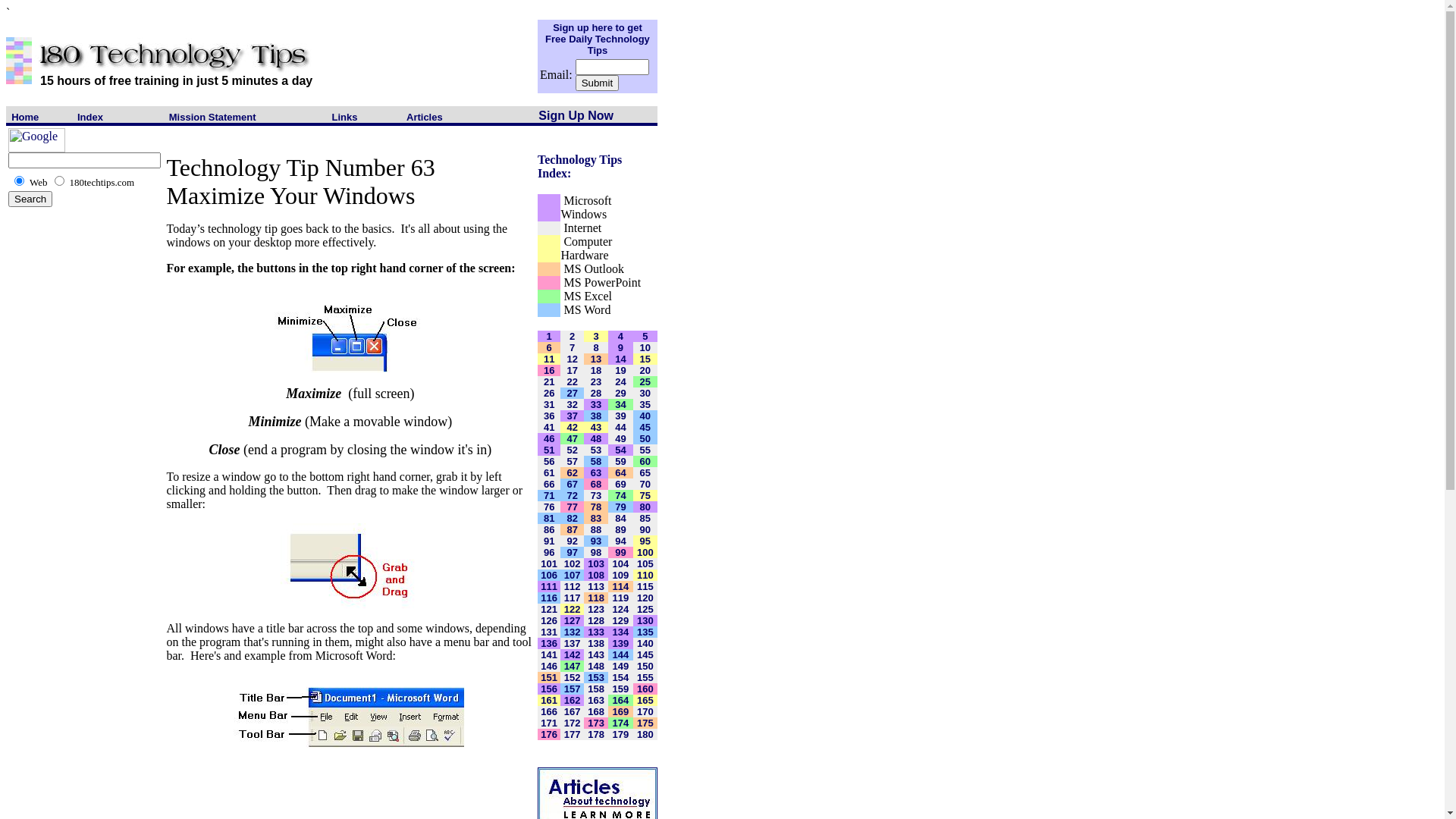 This screenshot has height=819, width=1456. I want to click on '44', so click(620, 427).